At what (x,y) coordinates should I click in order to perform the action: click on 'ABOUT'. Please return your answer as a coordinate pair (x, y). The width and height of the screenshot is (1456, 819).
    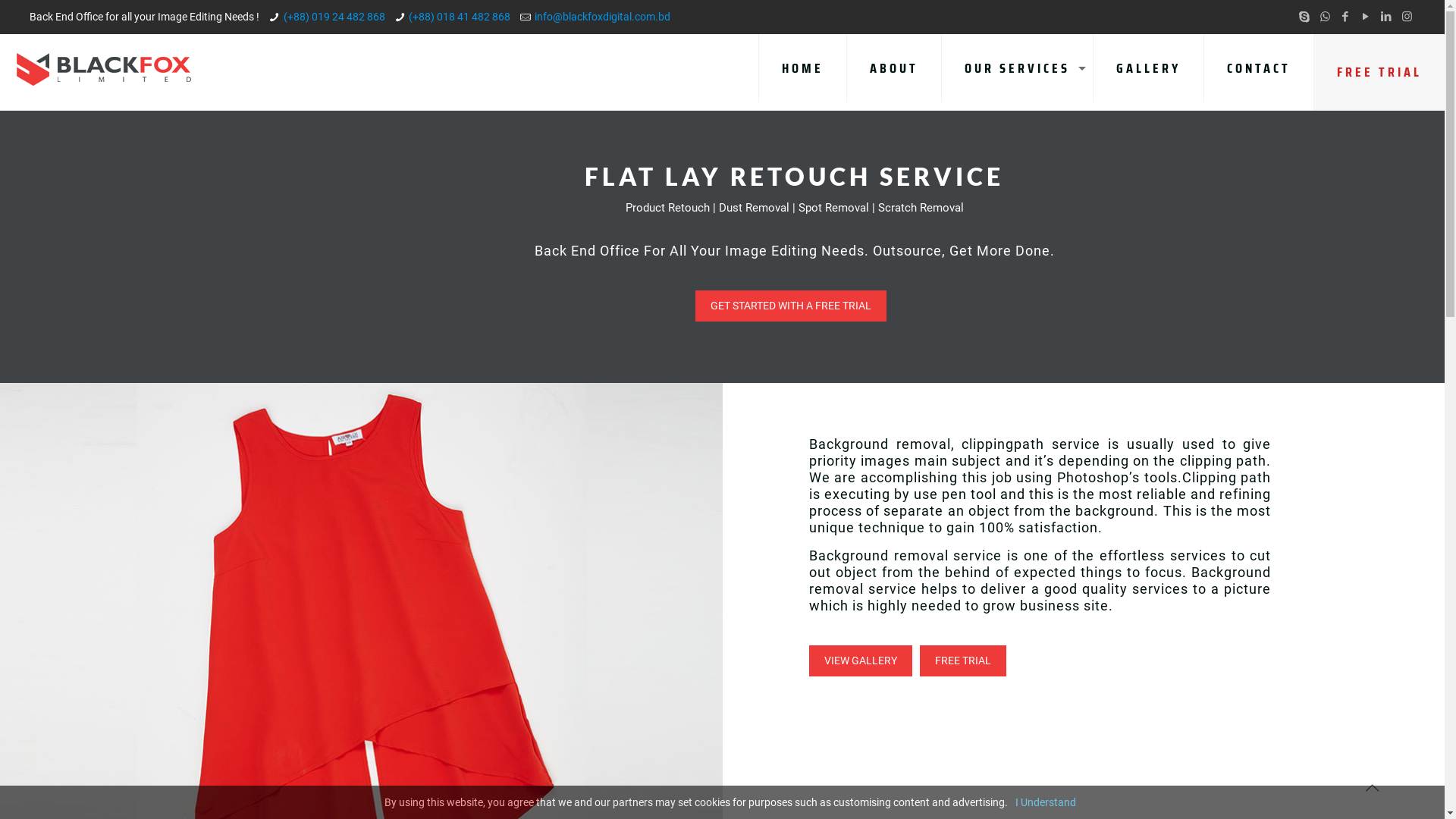
    Looking at the image, I should click on (894, 67).